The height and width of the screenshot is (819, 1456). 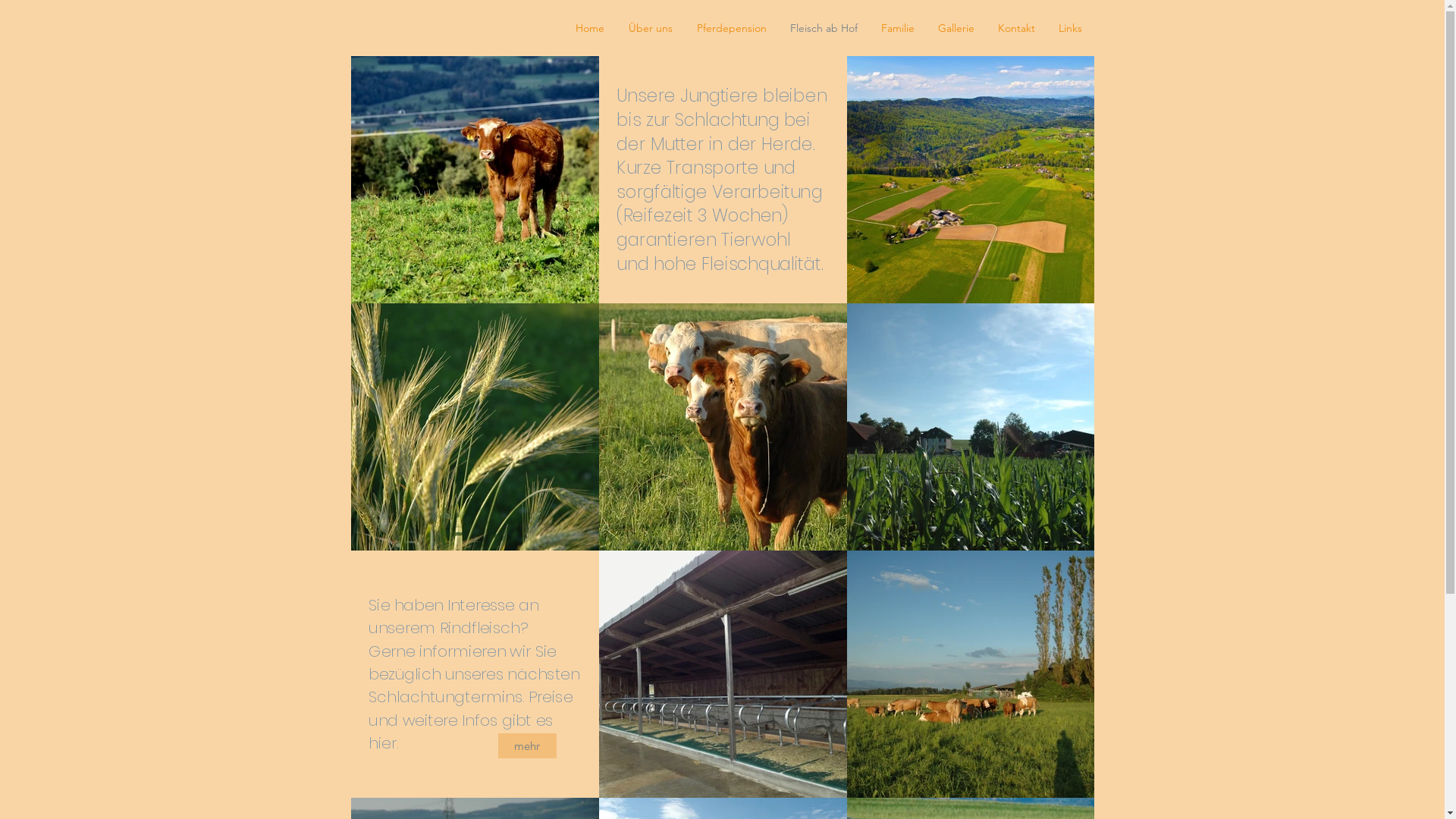 I want to click on 'Home', so click(x=588, y=28).